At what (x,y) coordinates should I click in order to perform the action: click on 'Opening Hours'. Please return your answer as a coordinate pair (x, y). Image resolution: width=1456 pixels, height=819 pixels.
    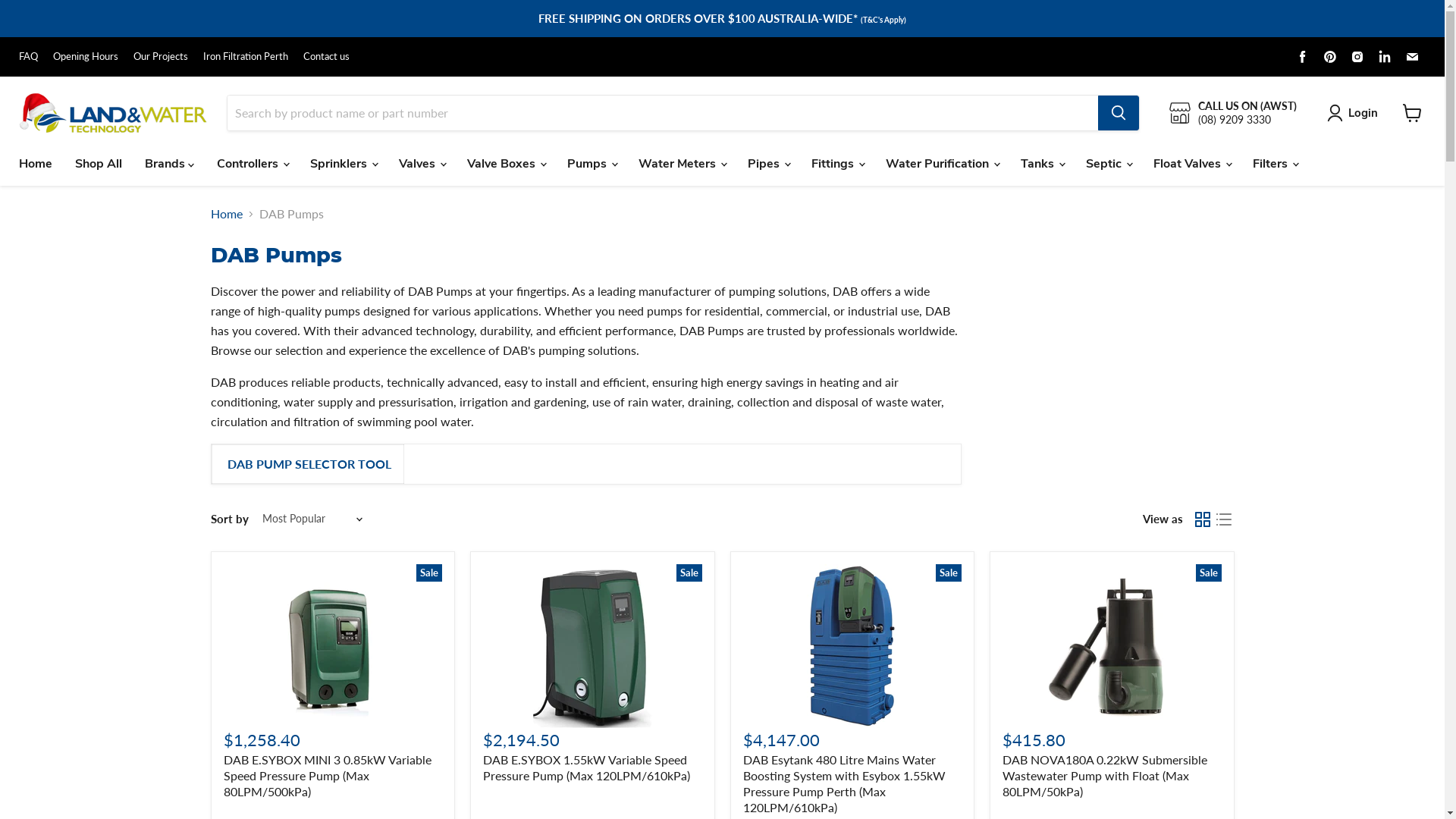
    Looking at the image, I should click on (85, 55).